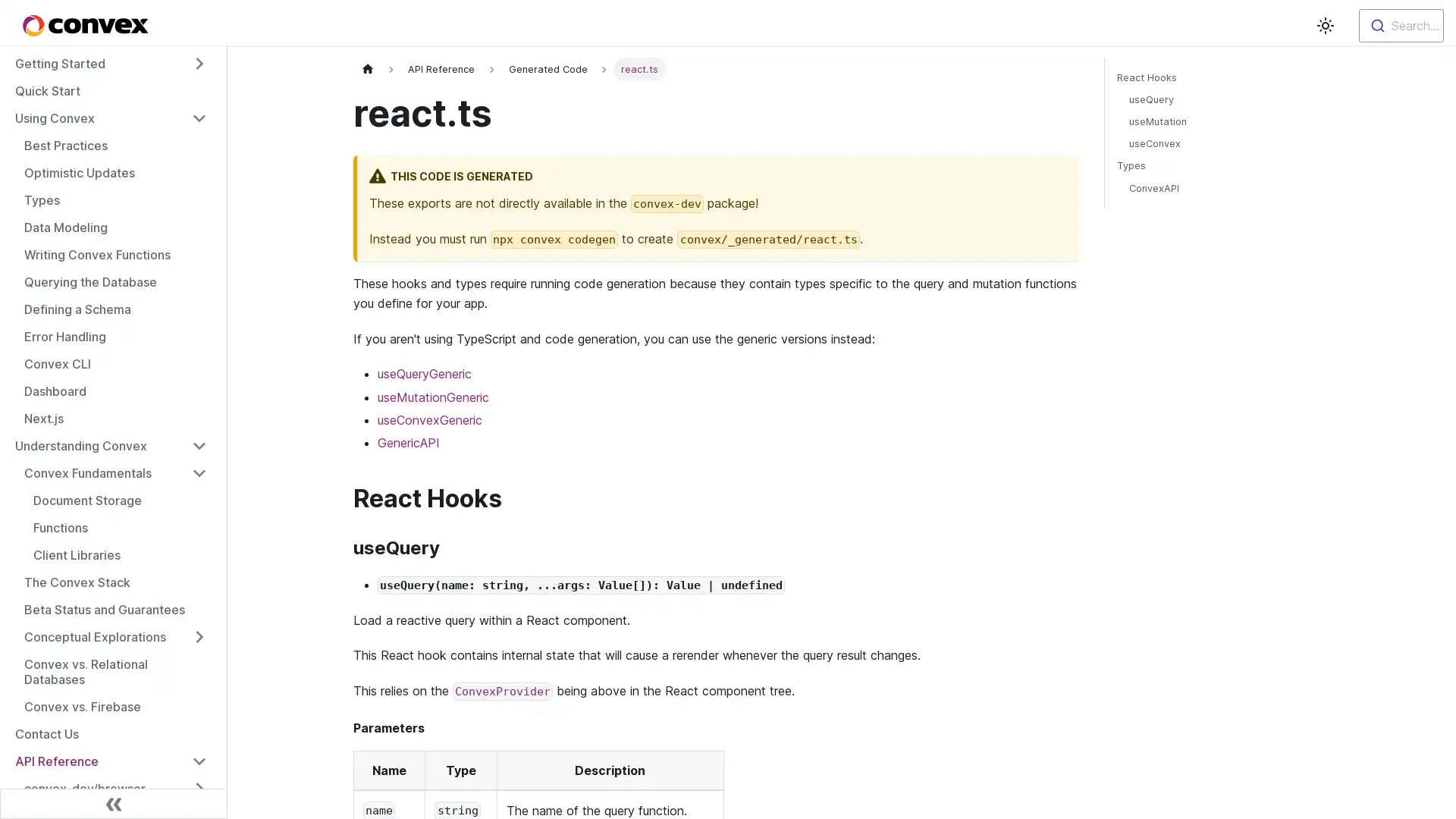  What do you see at coordinates (199, 761) in the screenshot?
I see `Toggle the collapsible sidebar category 'API Reference'` at bounding box center [199, 761].